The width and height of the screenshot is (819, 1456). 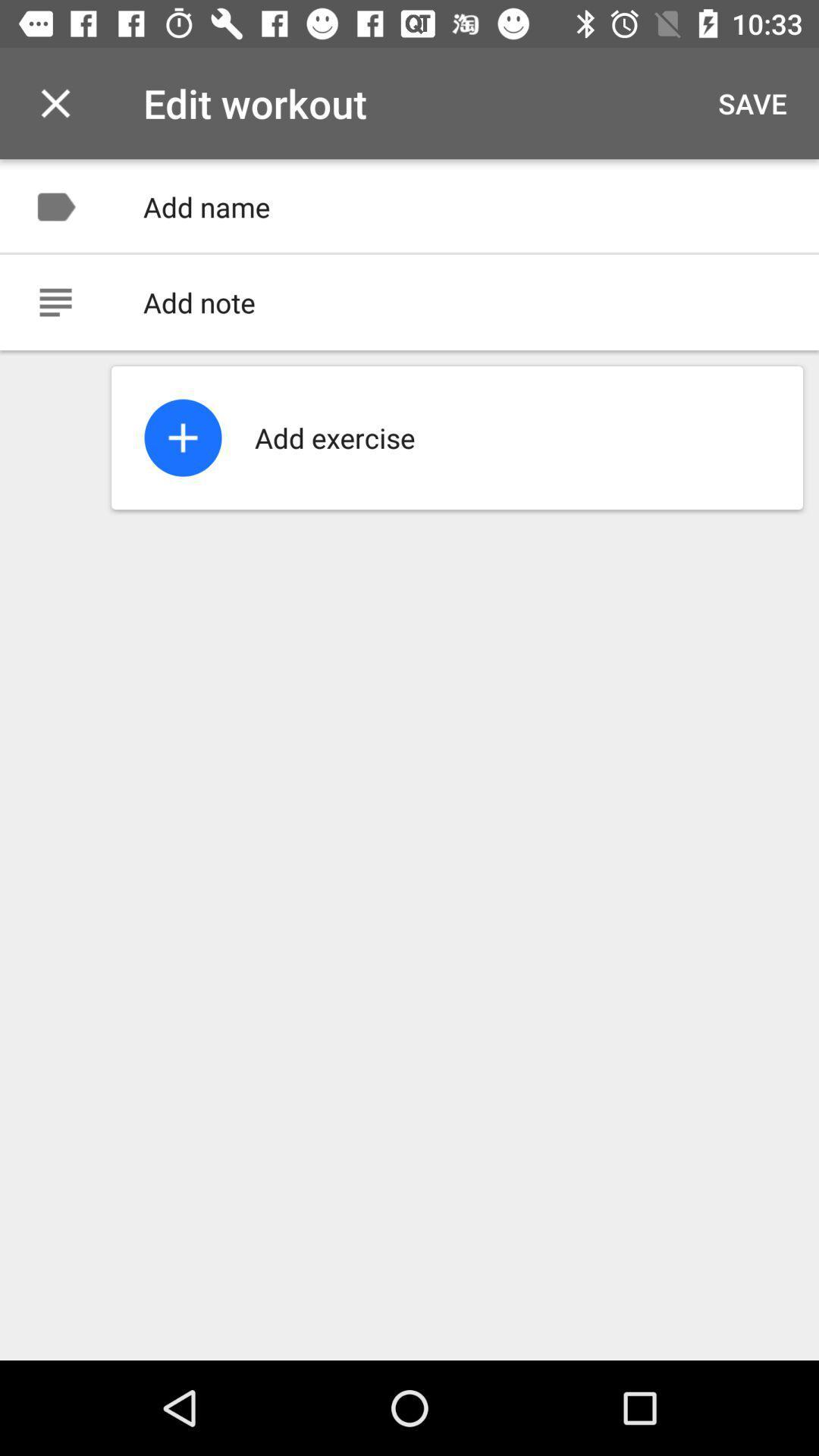 What do you see at coordinates (752, 102) in the screenshot?
I see `the icon next to the edit workout item` at bounding box center [752, 102].